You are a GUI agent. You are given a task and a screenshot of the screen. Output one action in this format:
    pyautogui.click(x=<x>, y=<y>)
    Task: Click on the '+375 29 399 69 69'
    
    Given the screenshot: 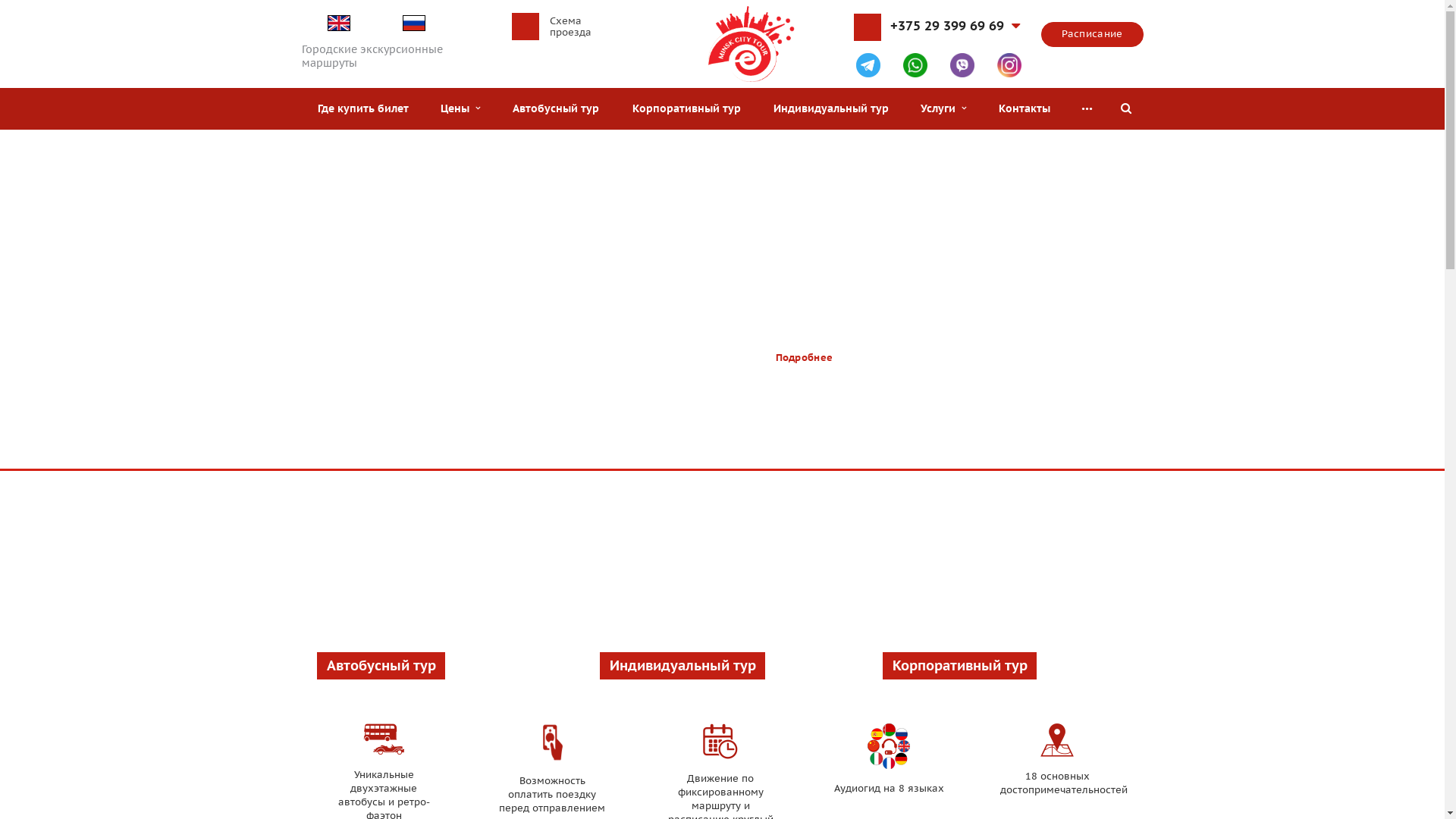 What is the action you would take?
    pyautogui.click(x=954, y=31)
    